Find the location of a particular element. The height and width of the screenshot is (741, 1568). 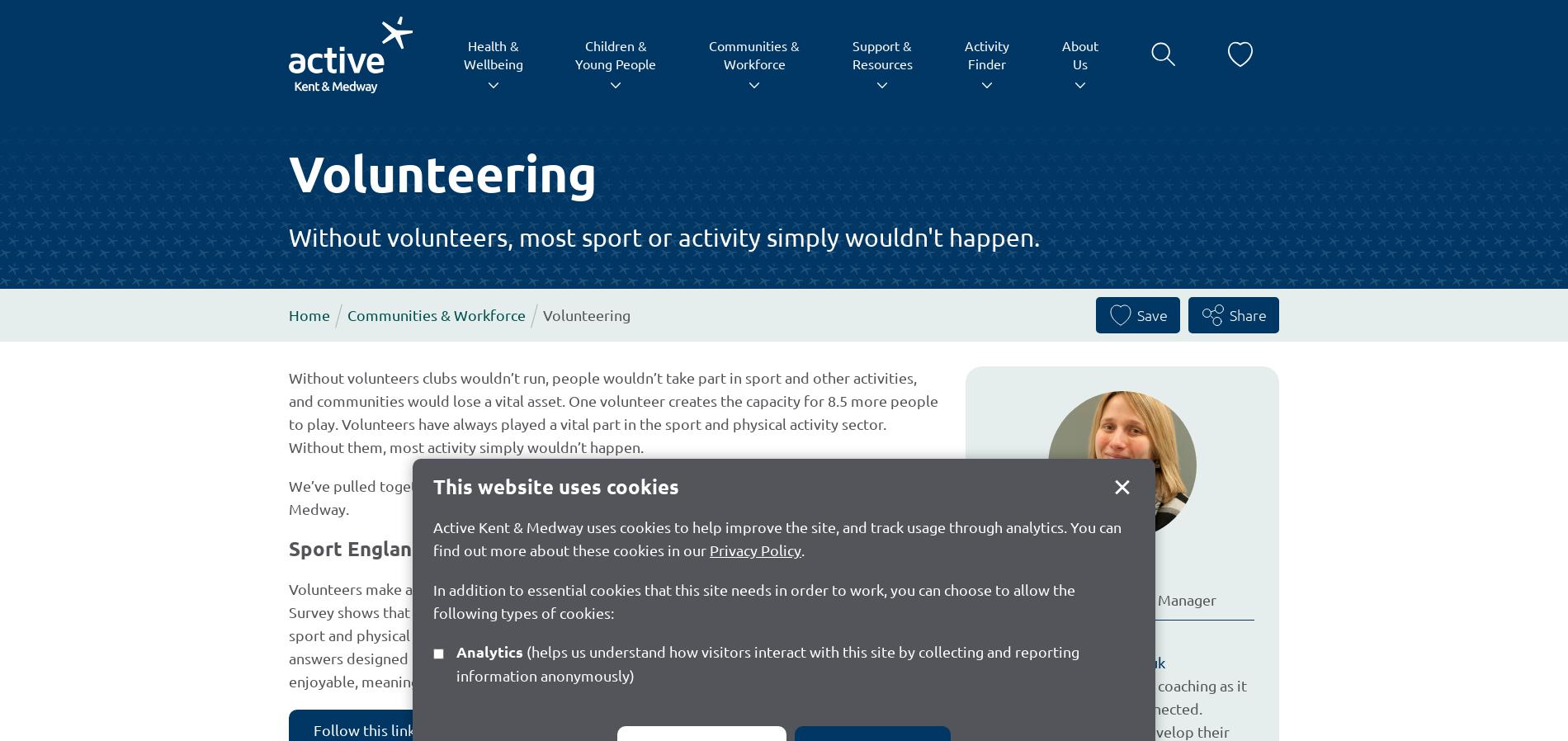

'Share' is located at coordinates (1248, 314).